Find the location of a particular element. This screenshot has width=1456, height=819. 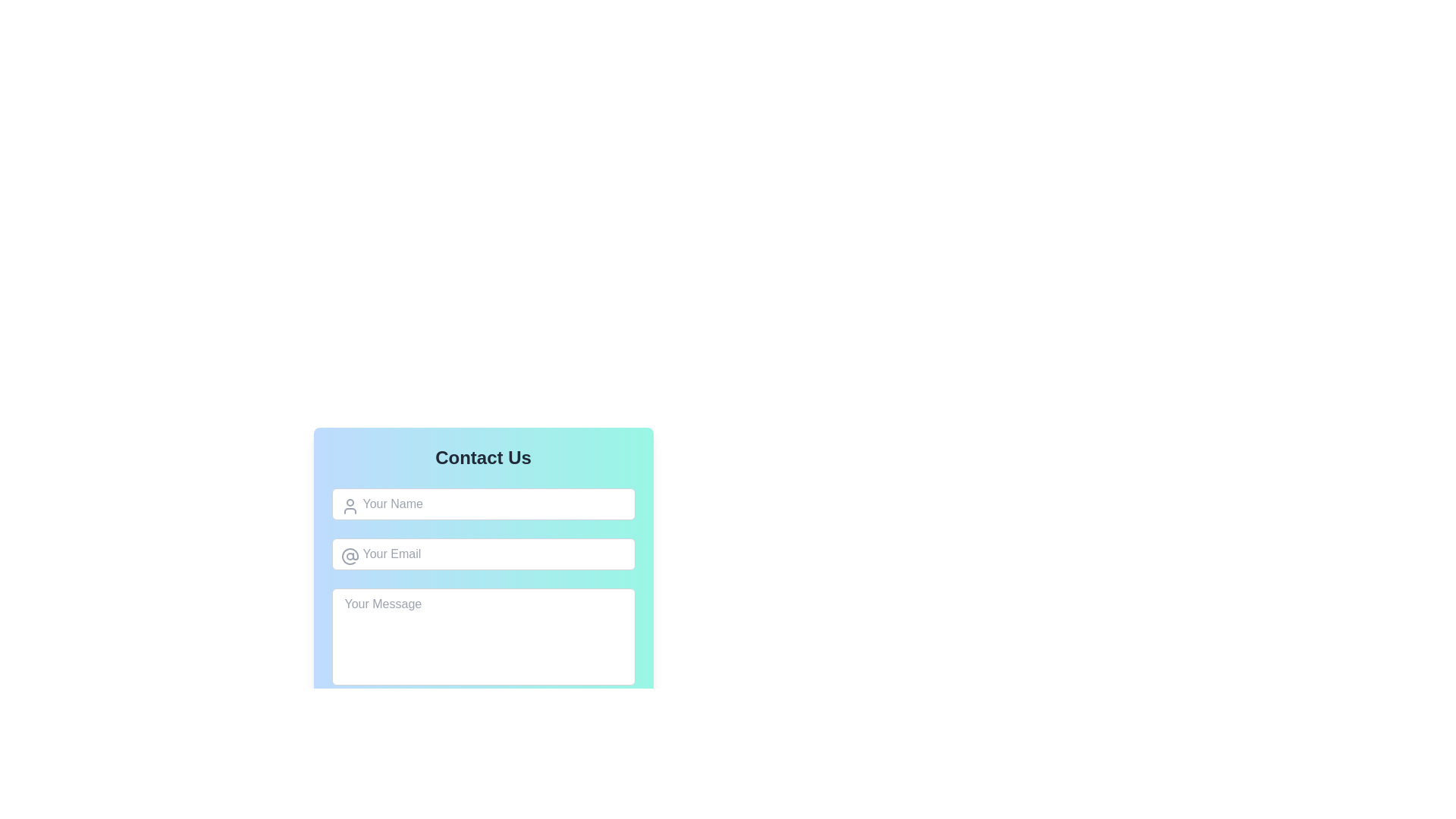

the text input field for 'Your Email' in the 'Contact Us' form by performing a tab action is located at coordinates (482, 554).